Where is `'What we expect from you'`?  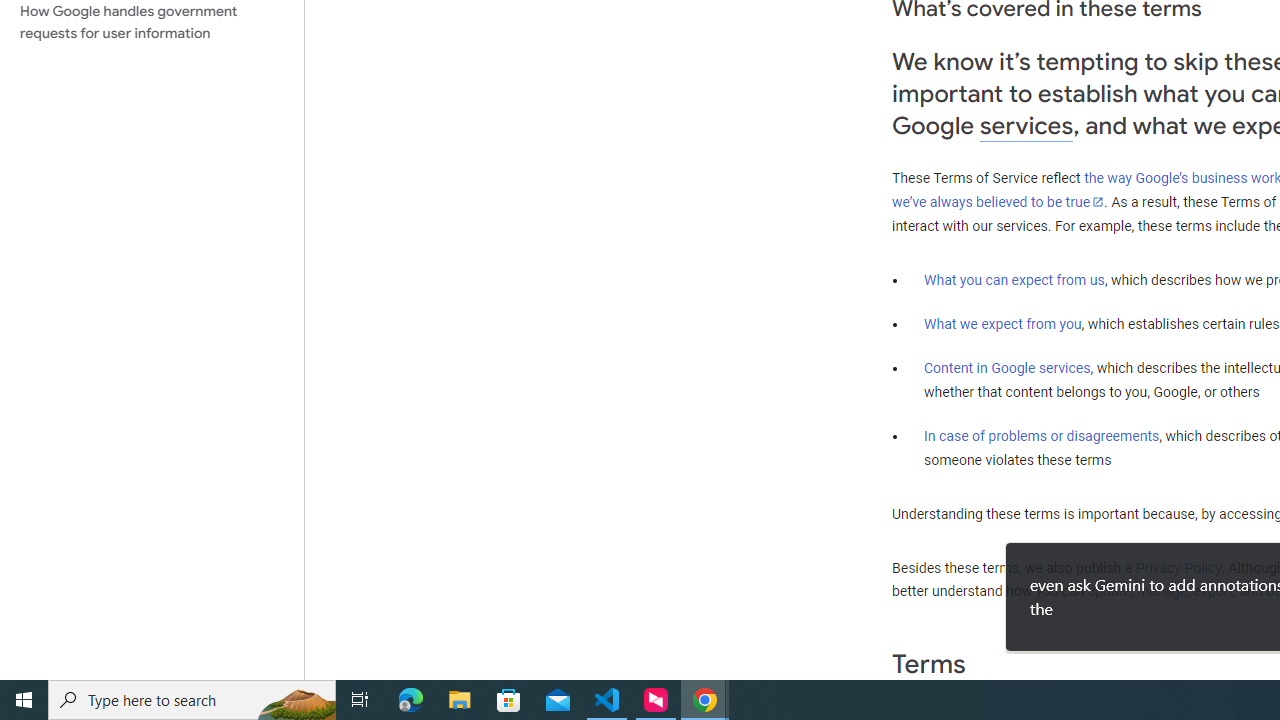 'What we expect from you' is located at coordinates (1002, 323).